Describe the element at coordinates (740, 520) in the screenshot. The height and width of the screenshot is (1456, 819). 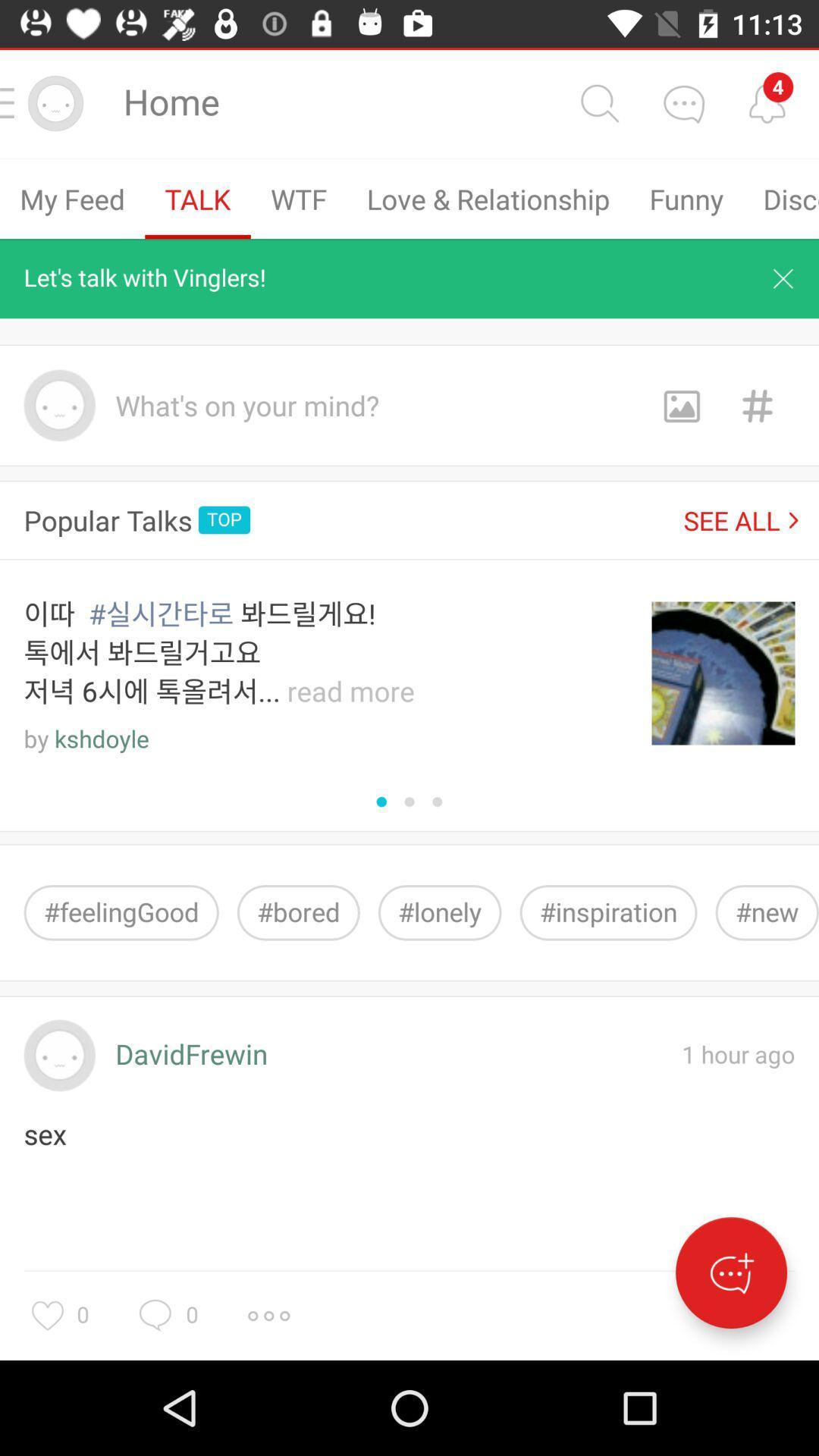
I see `item next to the top icon` at that location.